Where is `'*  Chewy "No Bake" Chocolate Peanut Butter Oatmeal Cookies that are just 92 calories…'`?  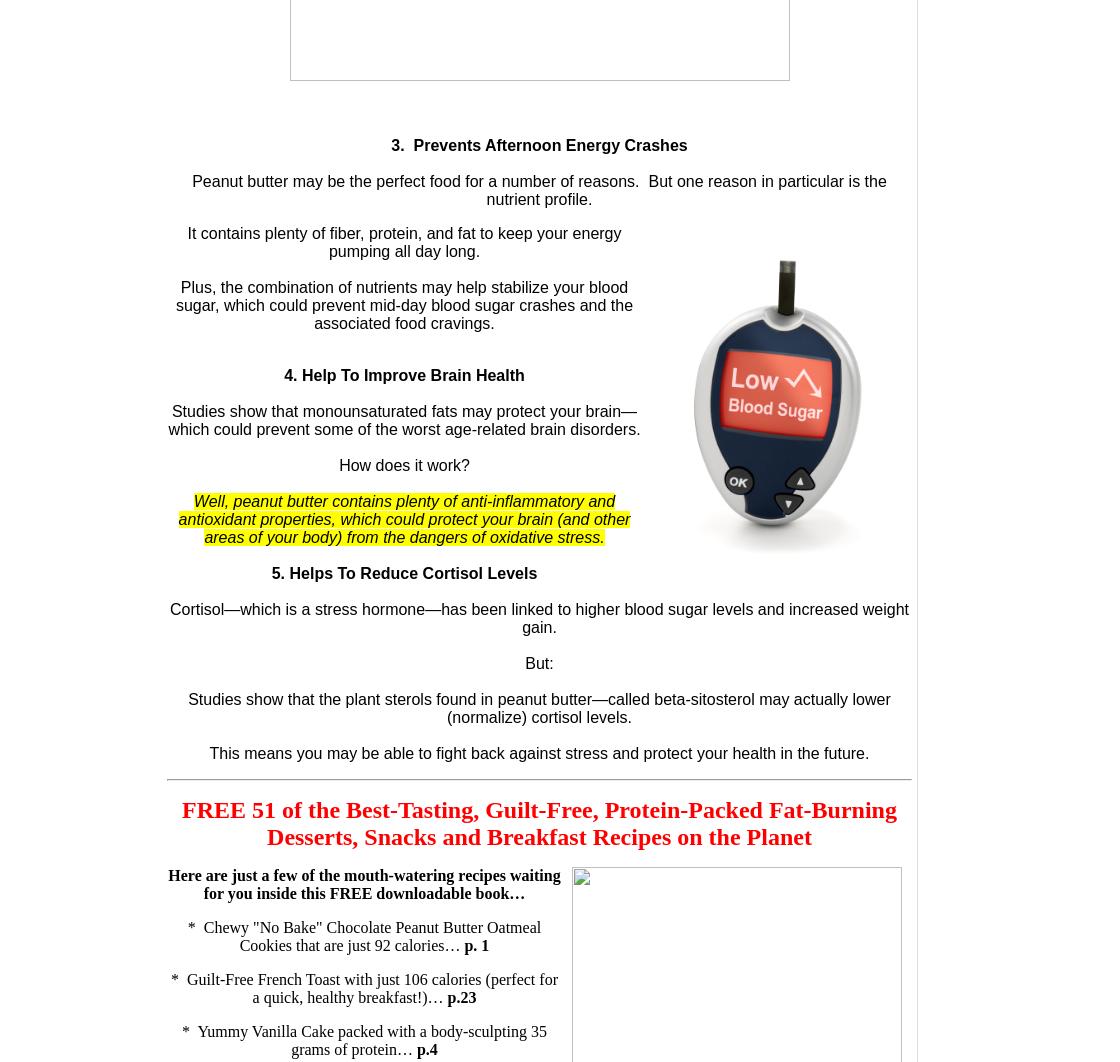
'*  Chewy "No Bake" Chocolate Peanut Butter Oatmeal Cookies that are just 92 calories…' is located at coordinates (187, 935).